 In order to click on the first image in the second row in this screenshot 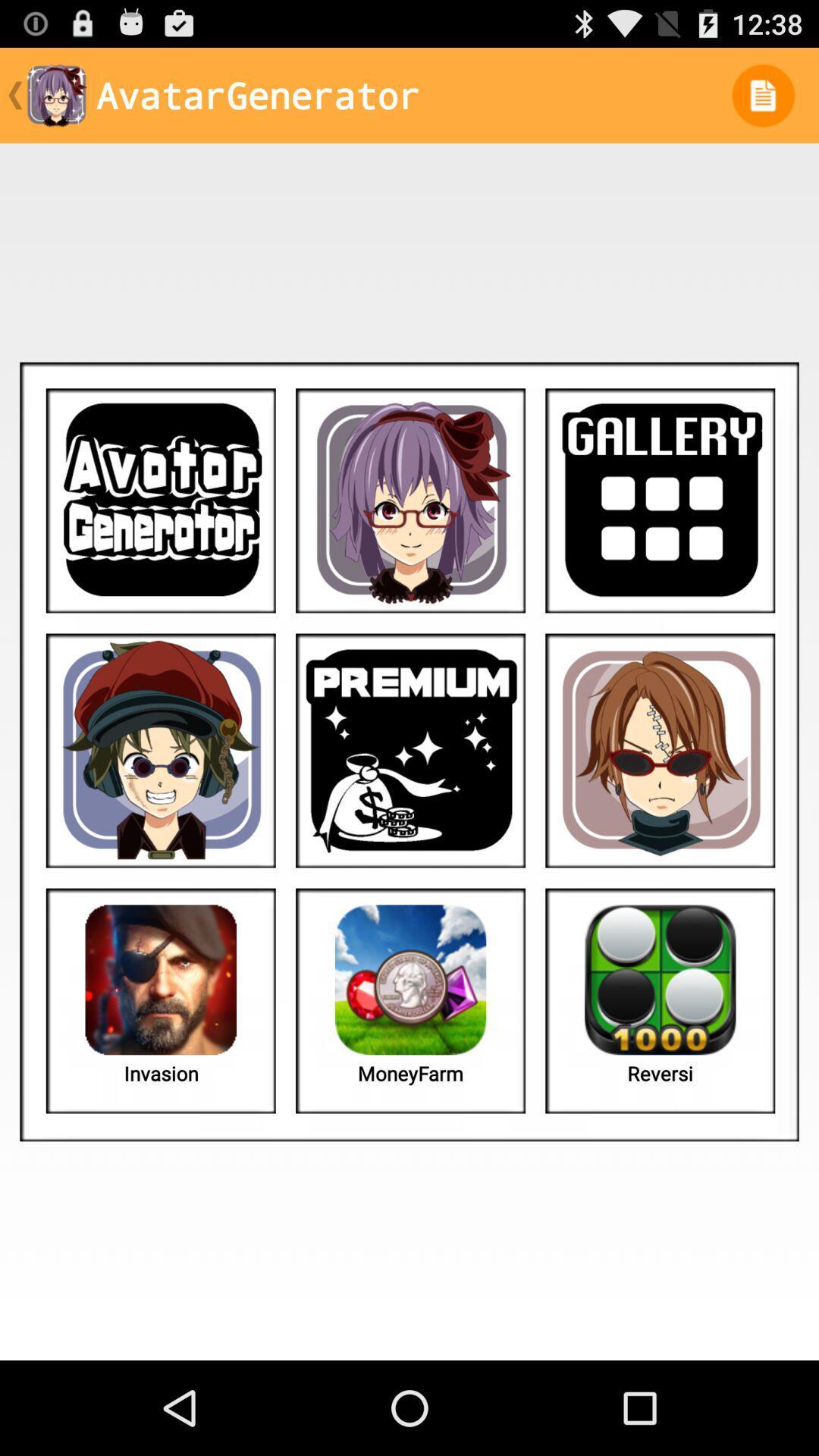, I will do `click(161, 751)`.